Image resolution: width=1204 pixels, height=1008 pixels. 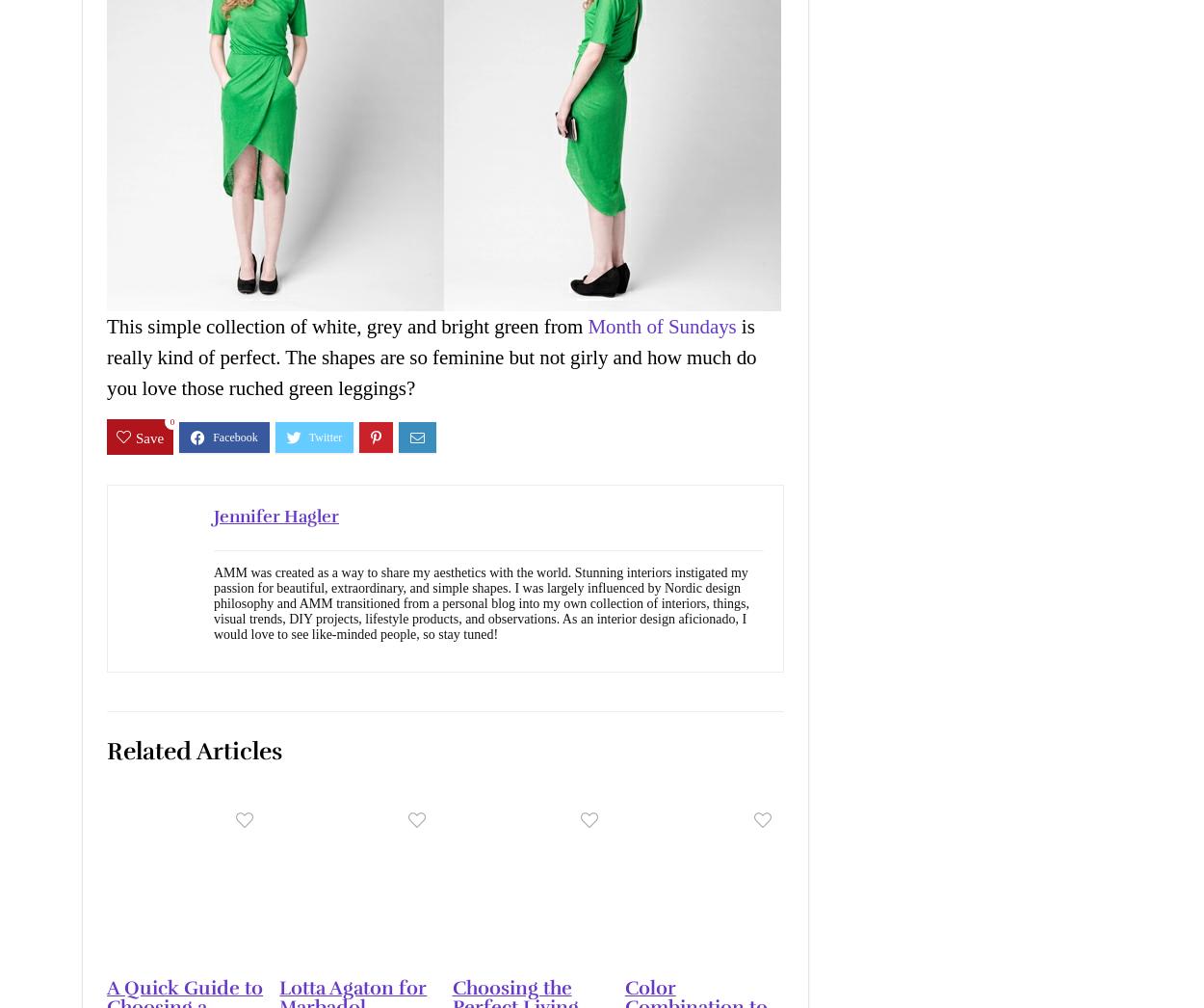 I want to click on 'Accept All', so click(x=267, y=551).